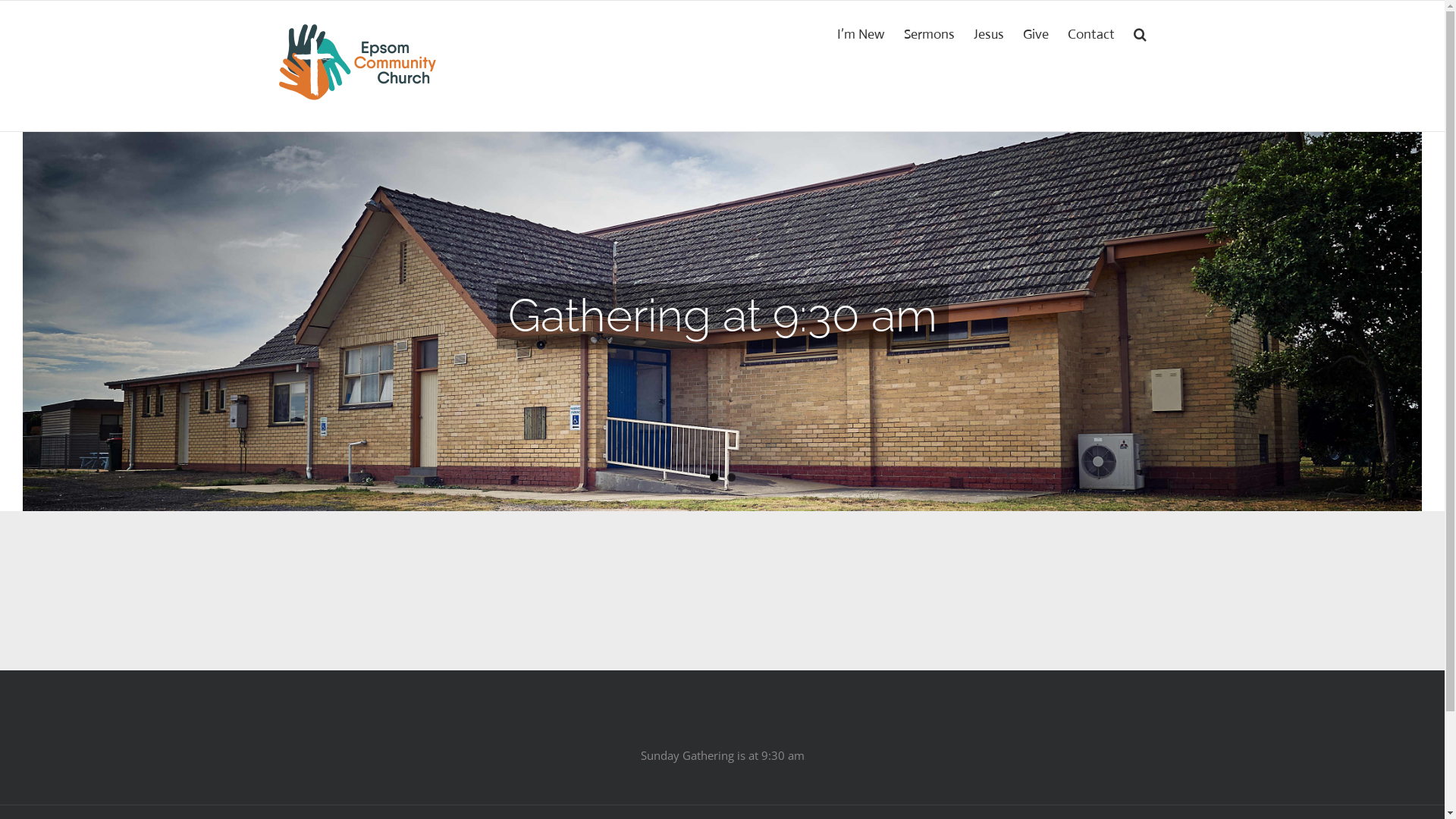  I want to click on '1', so click(713, 476).